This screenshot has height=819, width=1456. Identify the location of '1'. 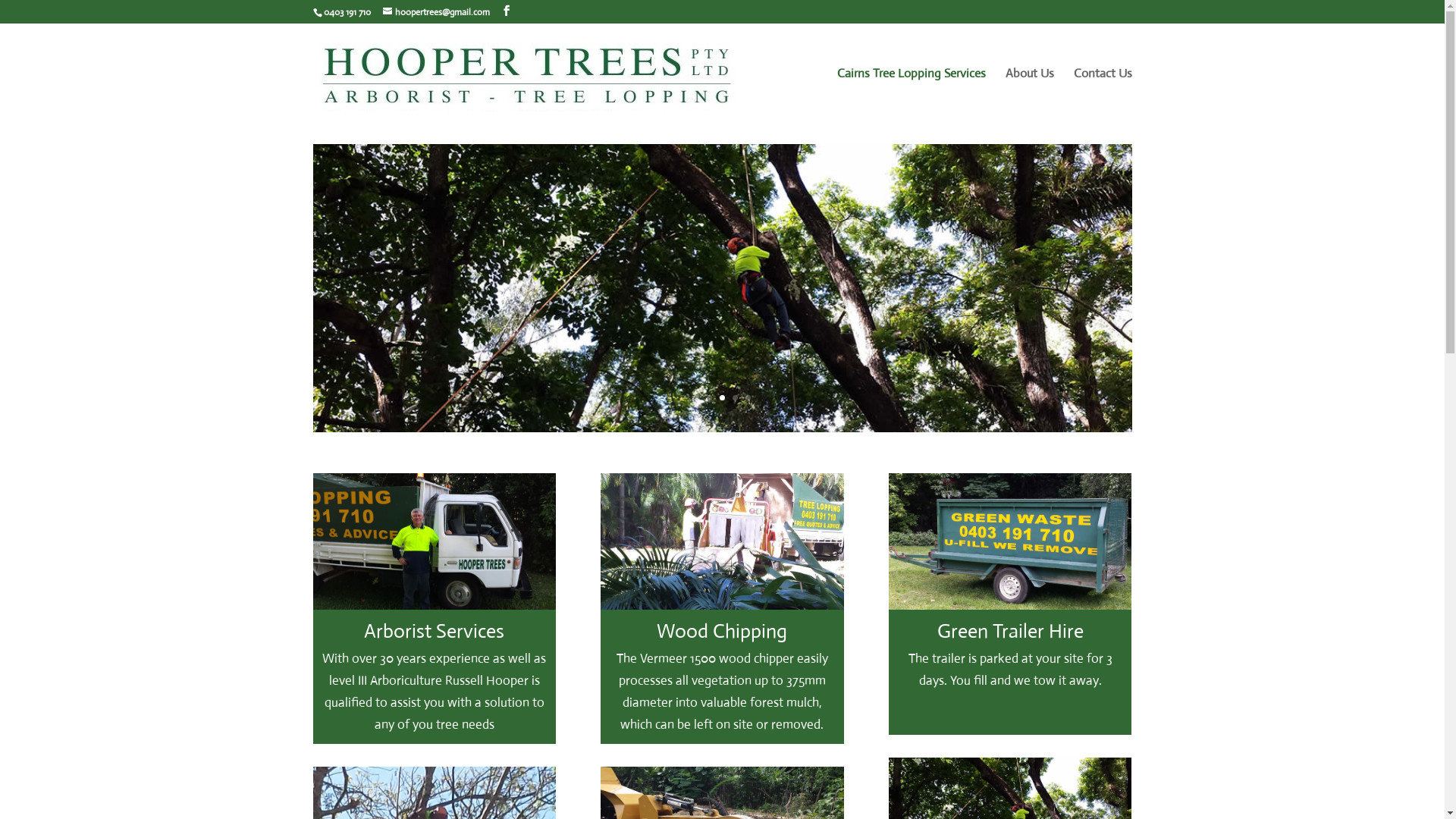
(695, 397).